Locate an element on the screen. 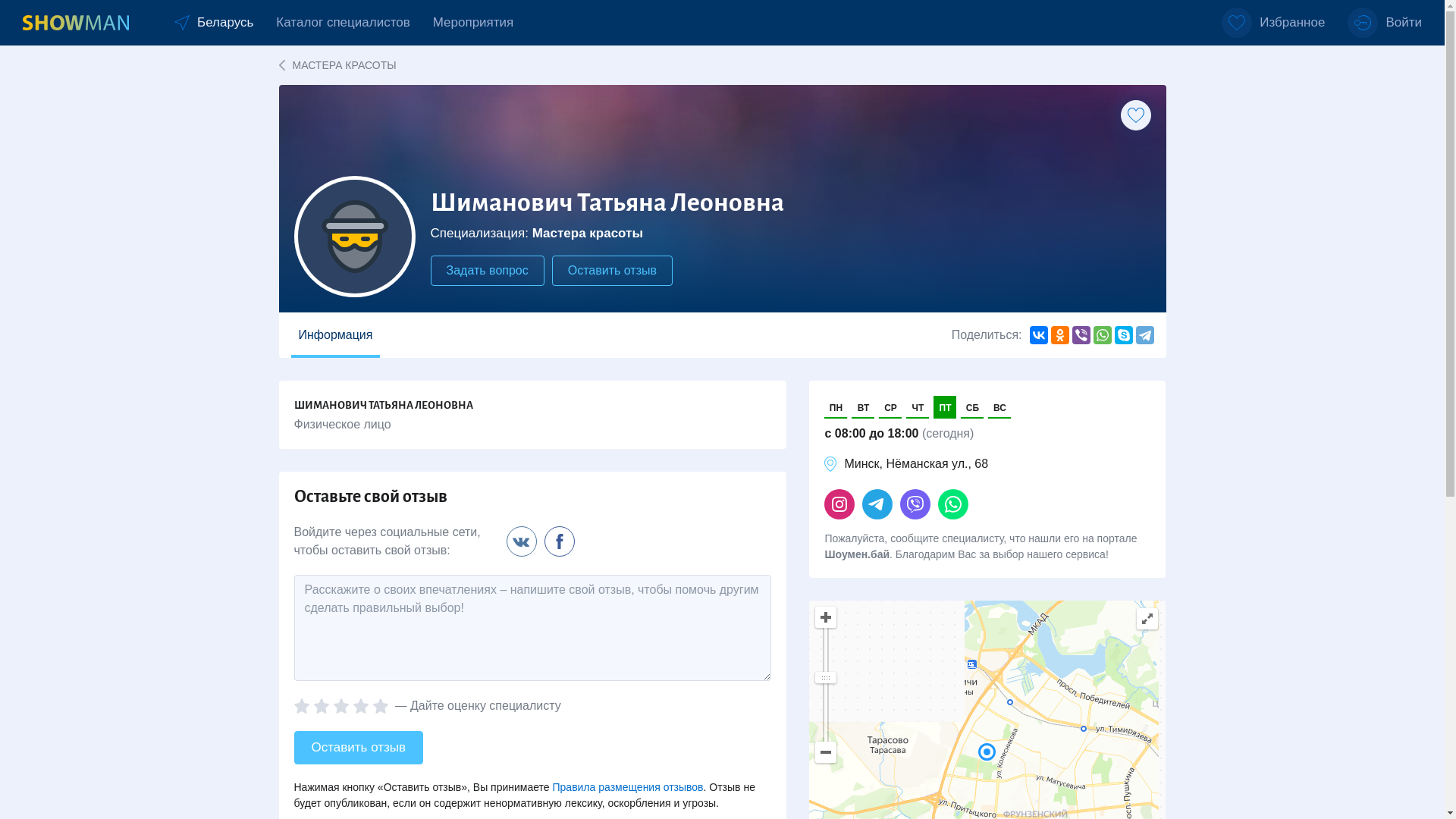 This screenshot has width=1456, height=819. 'Skype' is located at coordinates (1124, 334).